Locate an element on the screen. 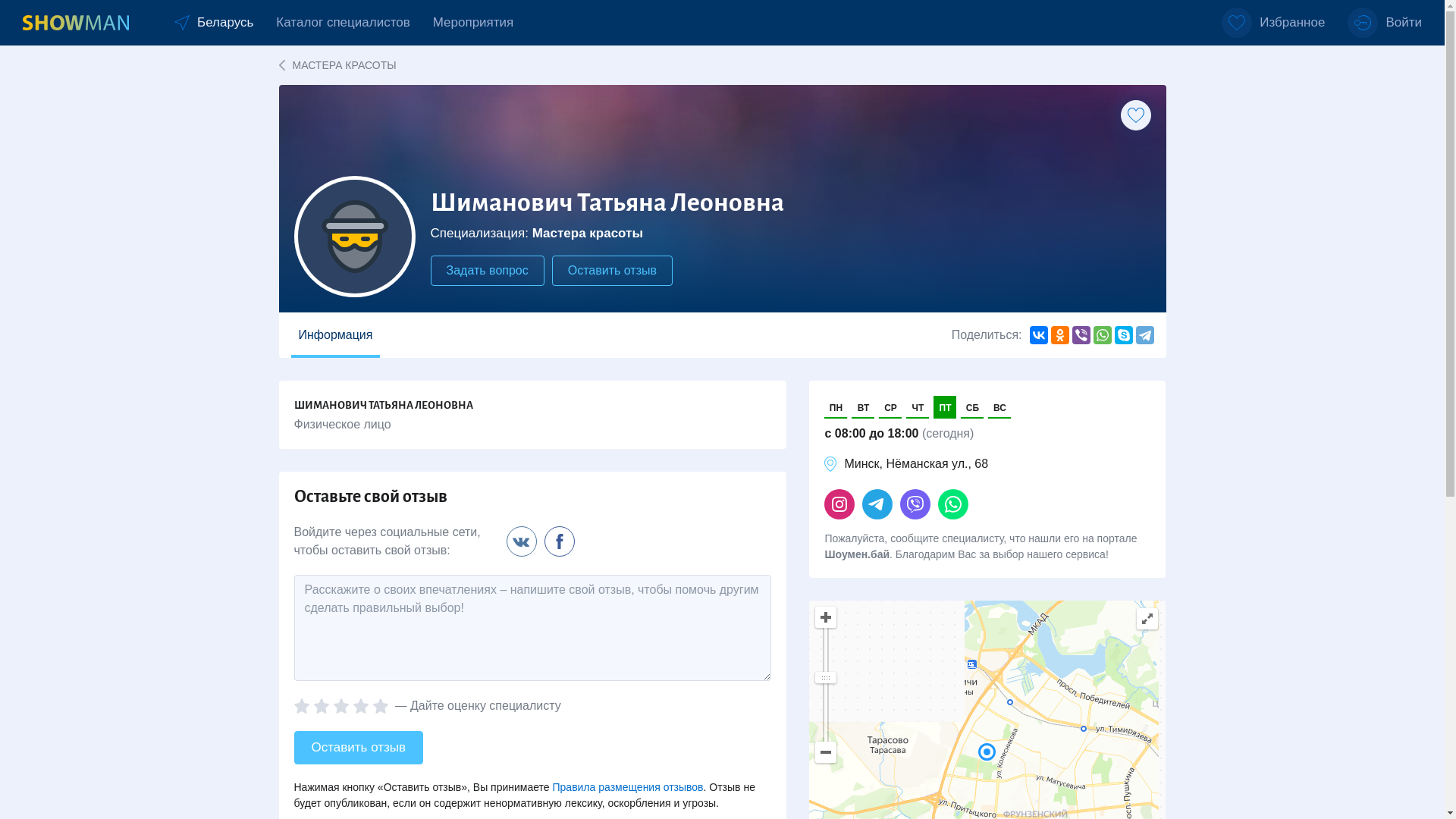 This screenshot has width=1456, height=819. 'Skype' is located at coordinates (1124, 334).